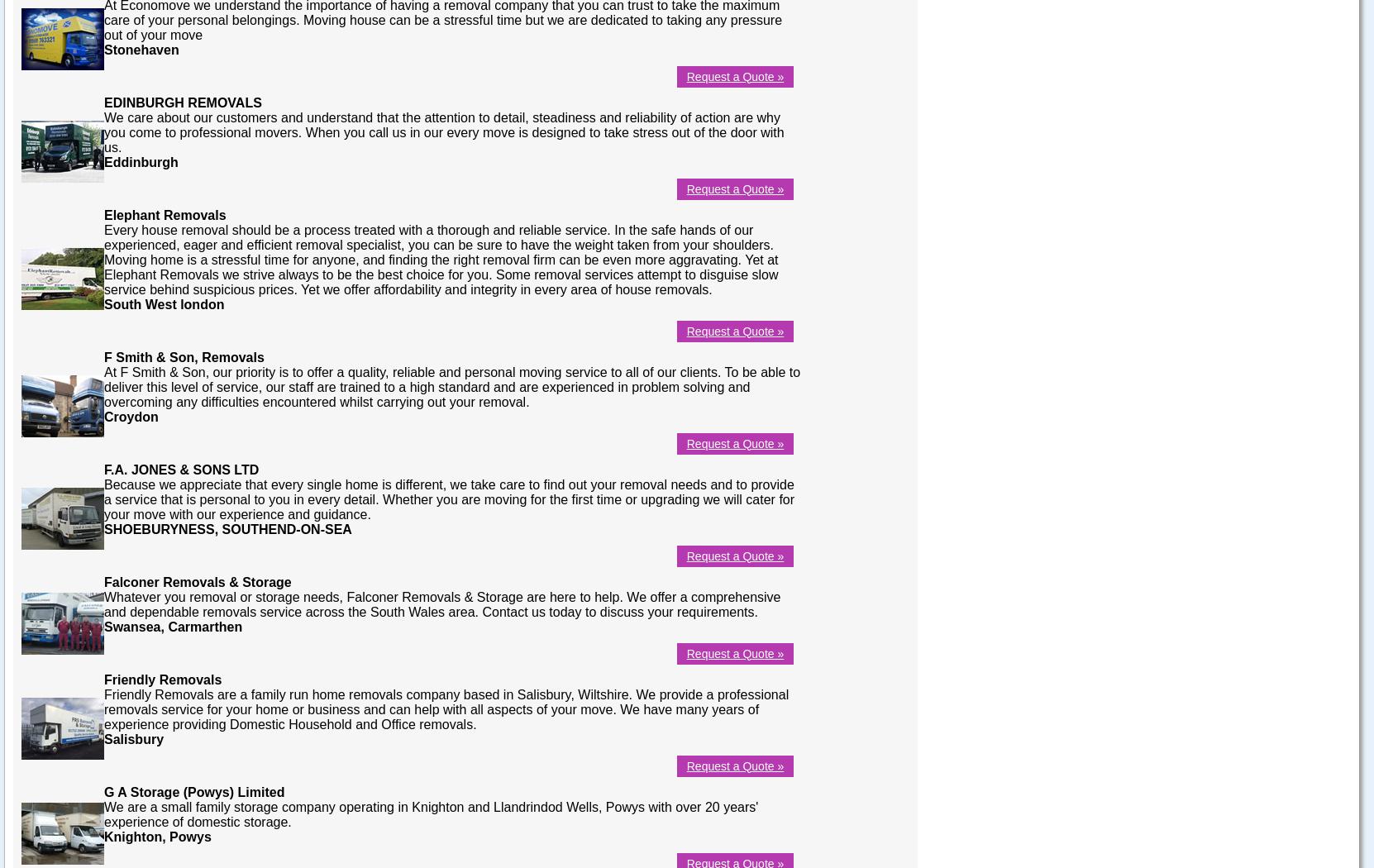  I want to click on 'Croydon', so click(131, 415).